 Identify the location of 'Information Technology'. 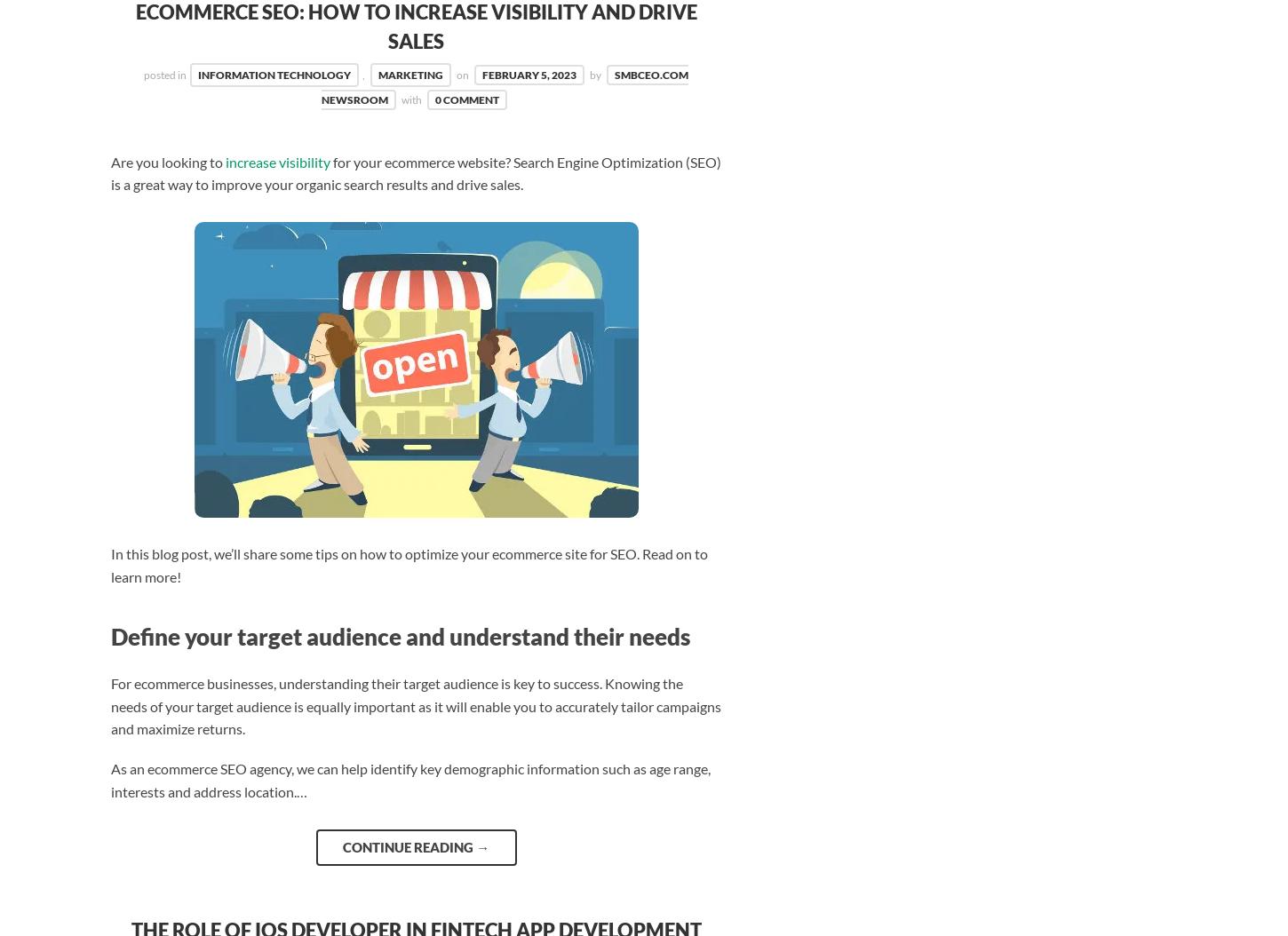
(274, 74).